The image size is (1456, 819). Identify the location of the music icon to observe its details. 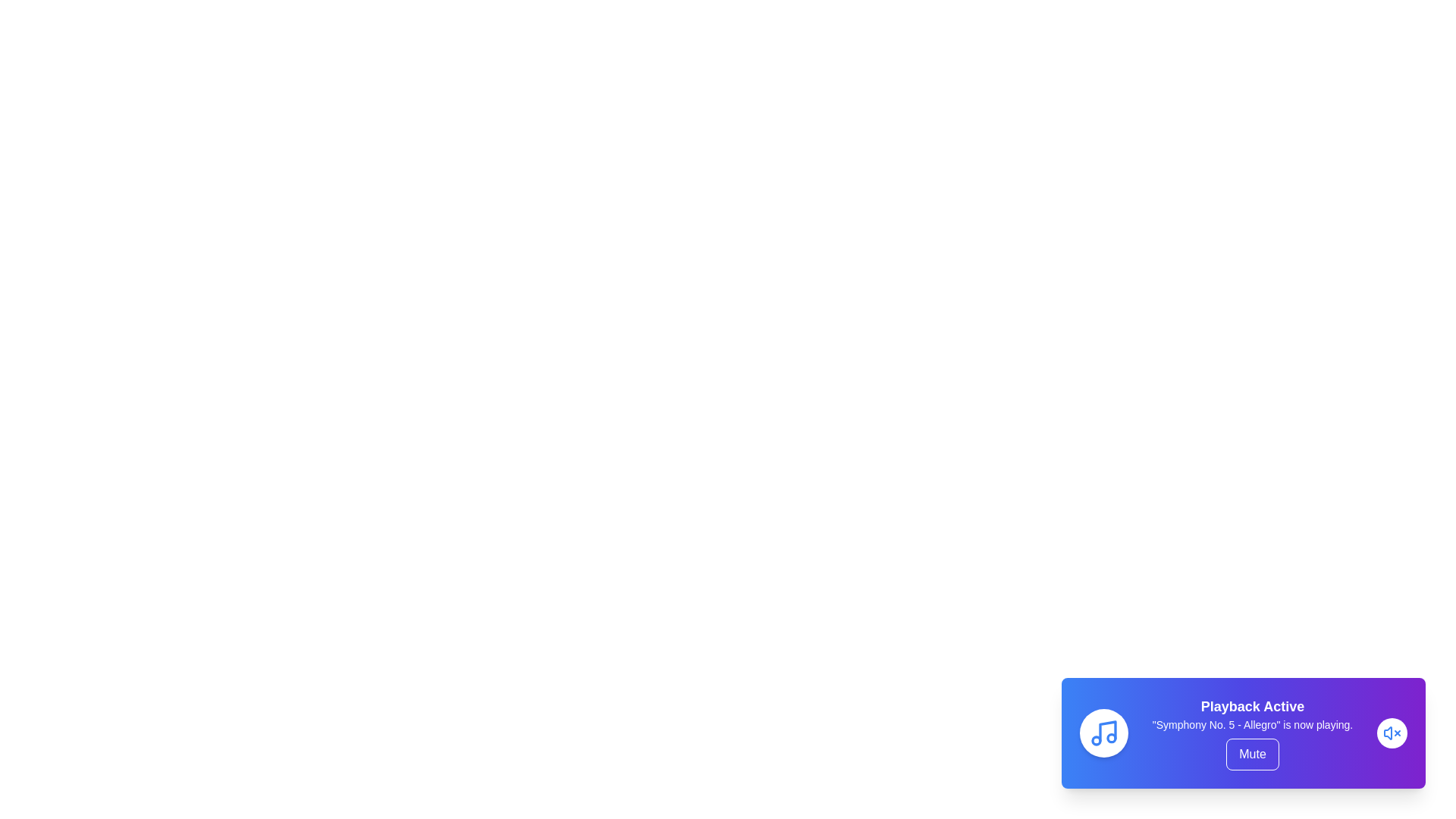
(1103, 733).